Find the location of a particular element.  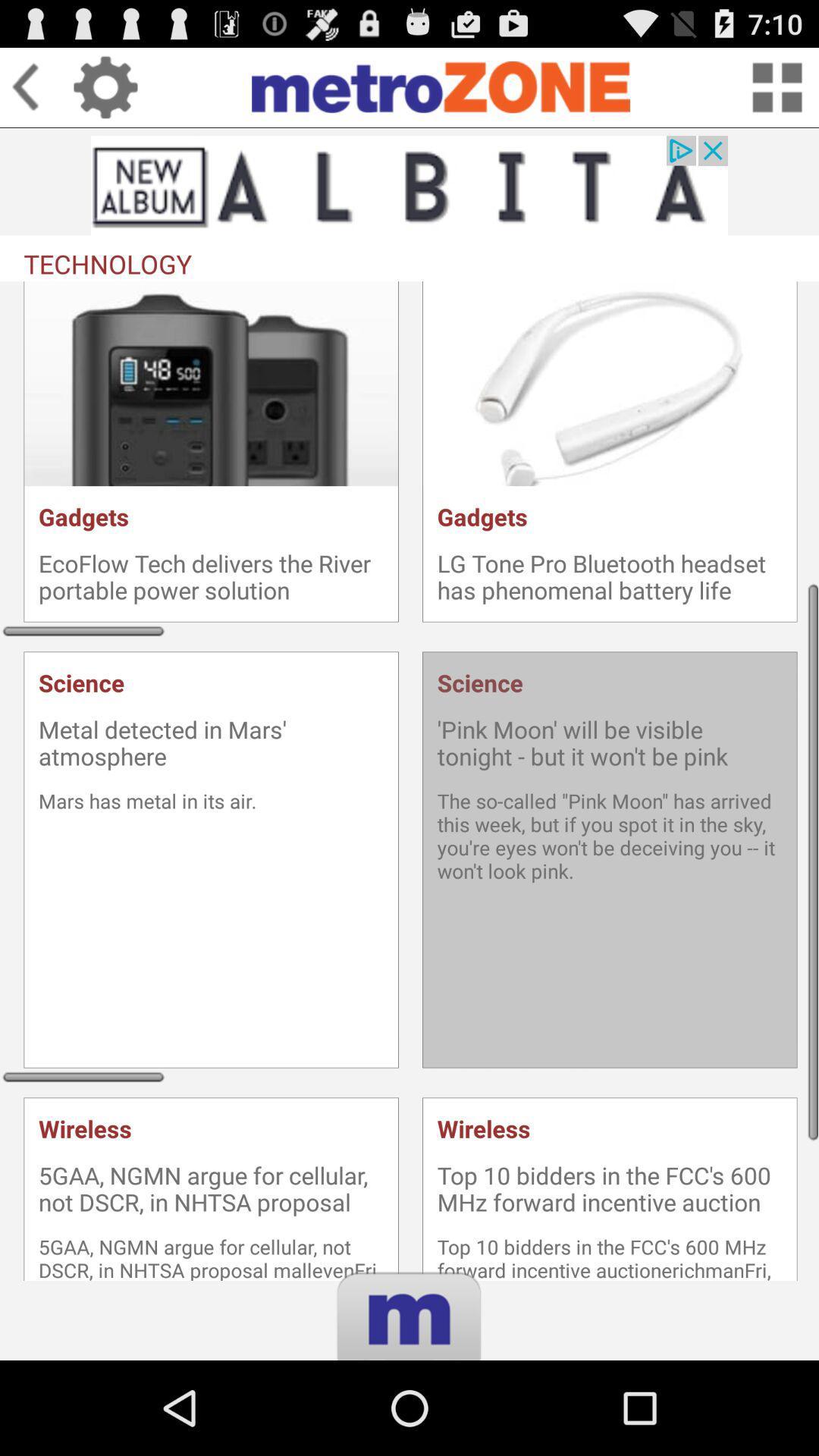

the pause icon is located at coordinates (409, 1423).